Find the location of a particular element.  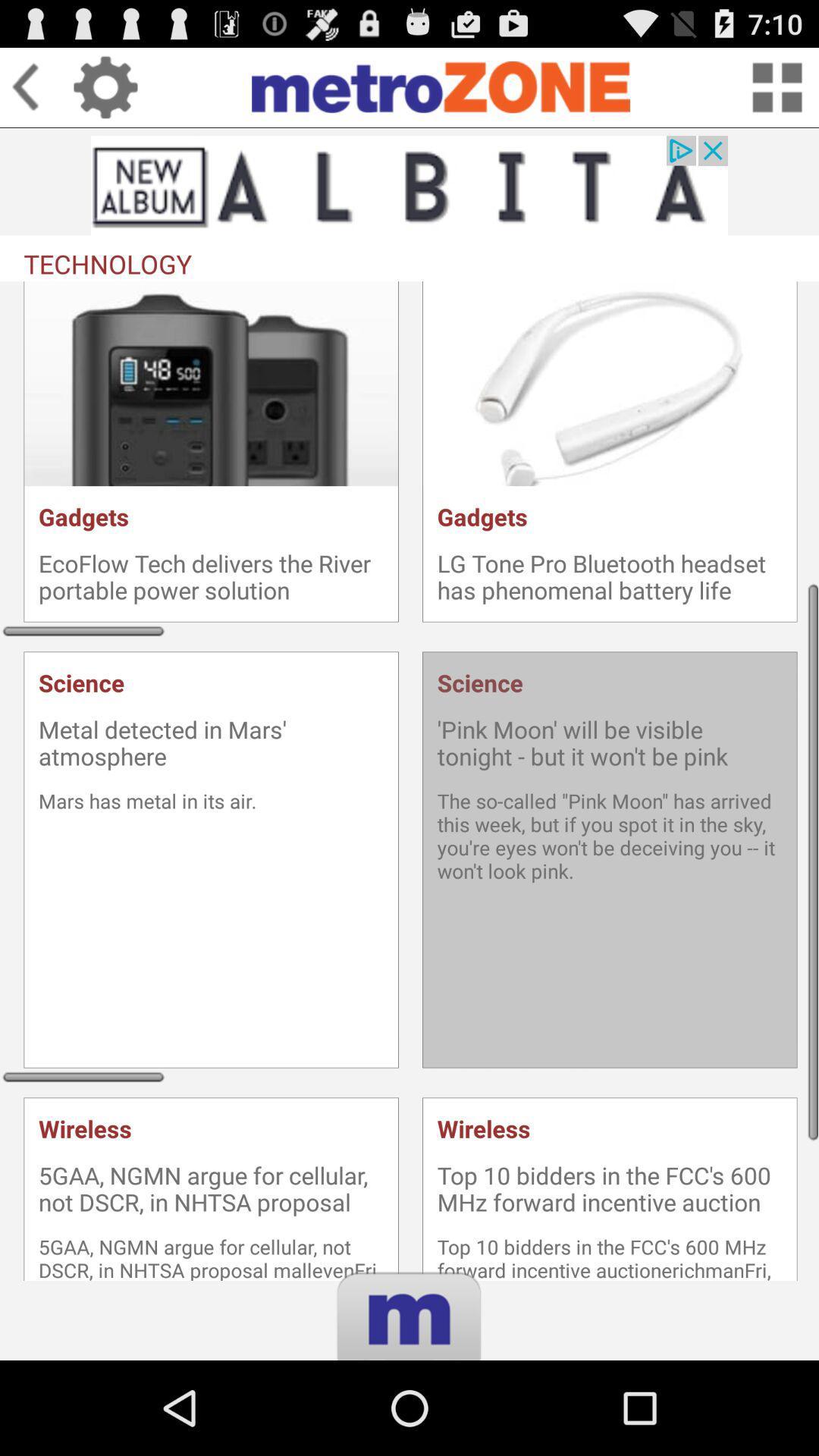

the pause icon is located at coordinates (409, 1423).